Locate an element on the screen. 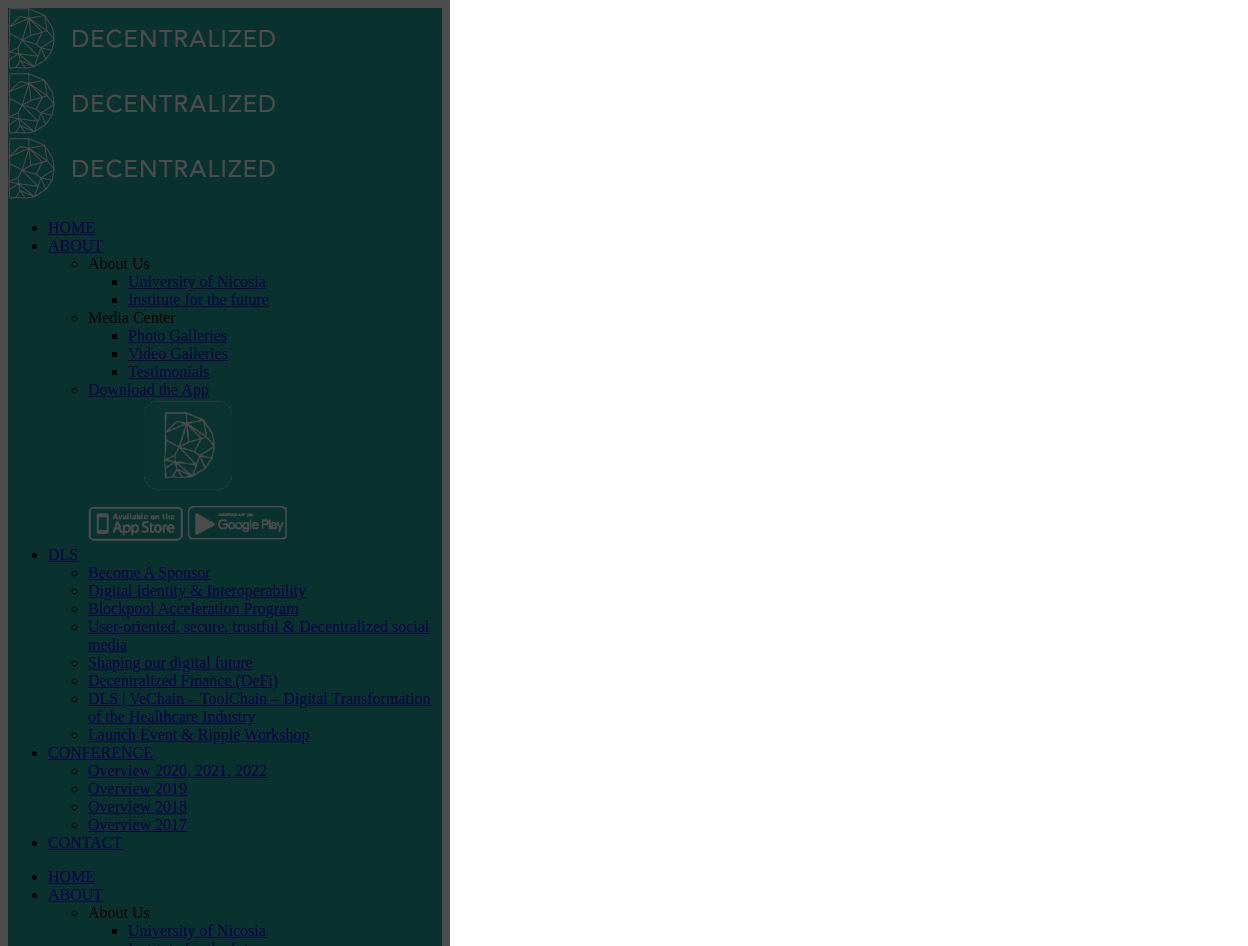 This screenshot has height=946, width=1248. 'CONFERENCE' is located at coordinates (98, 751).